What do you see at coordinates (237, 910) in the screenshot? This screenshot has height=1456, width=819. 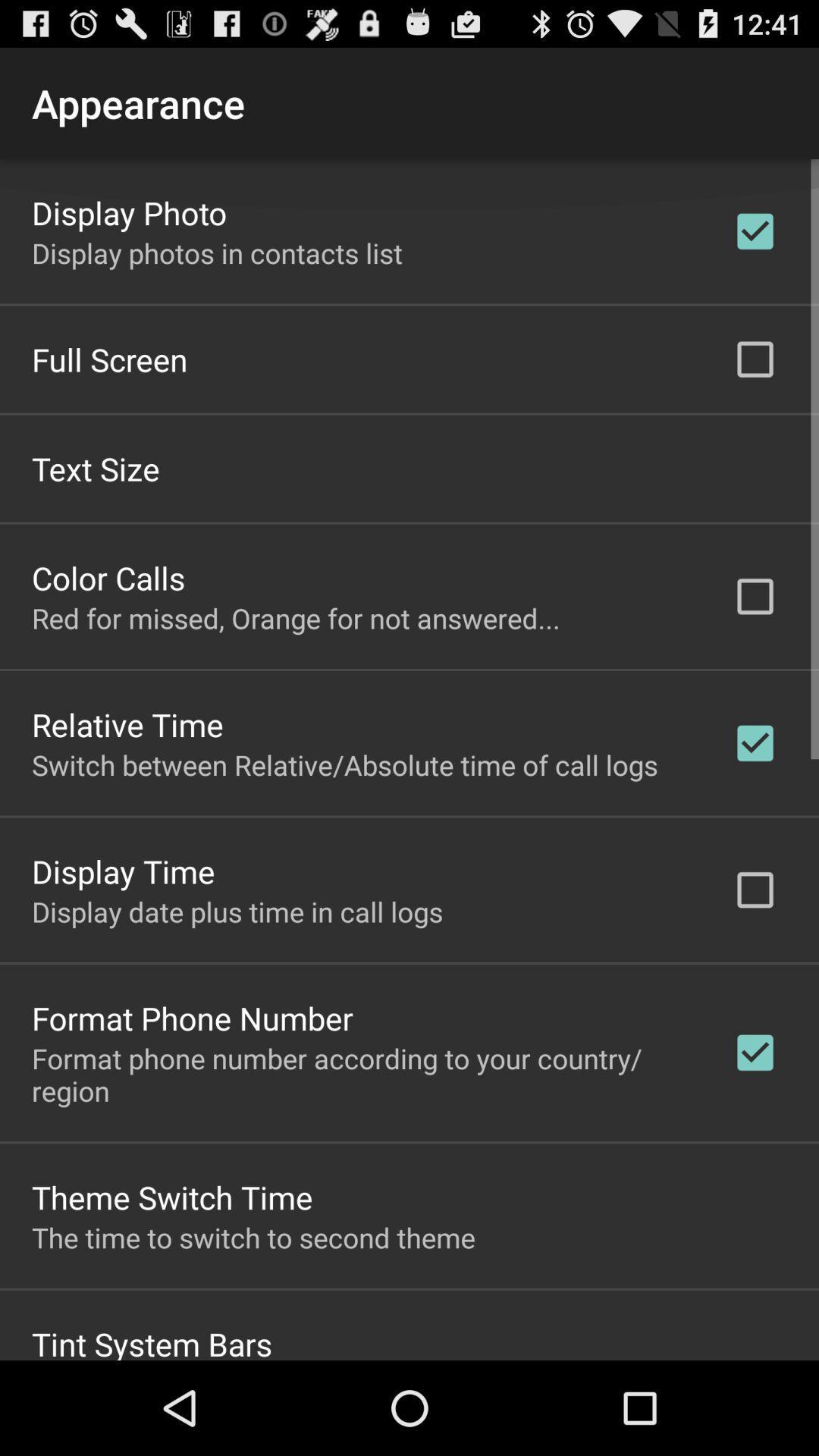 I see `the display date plus app` at bounding box center [237, 910].